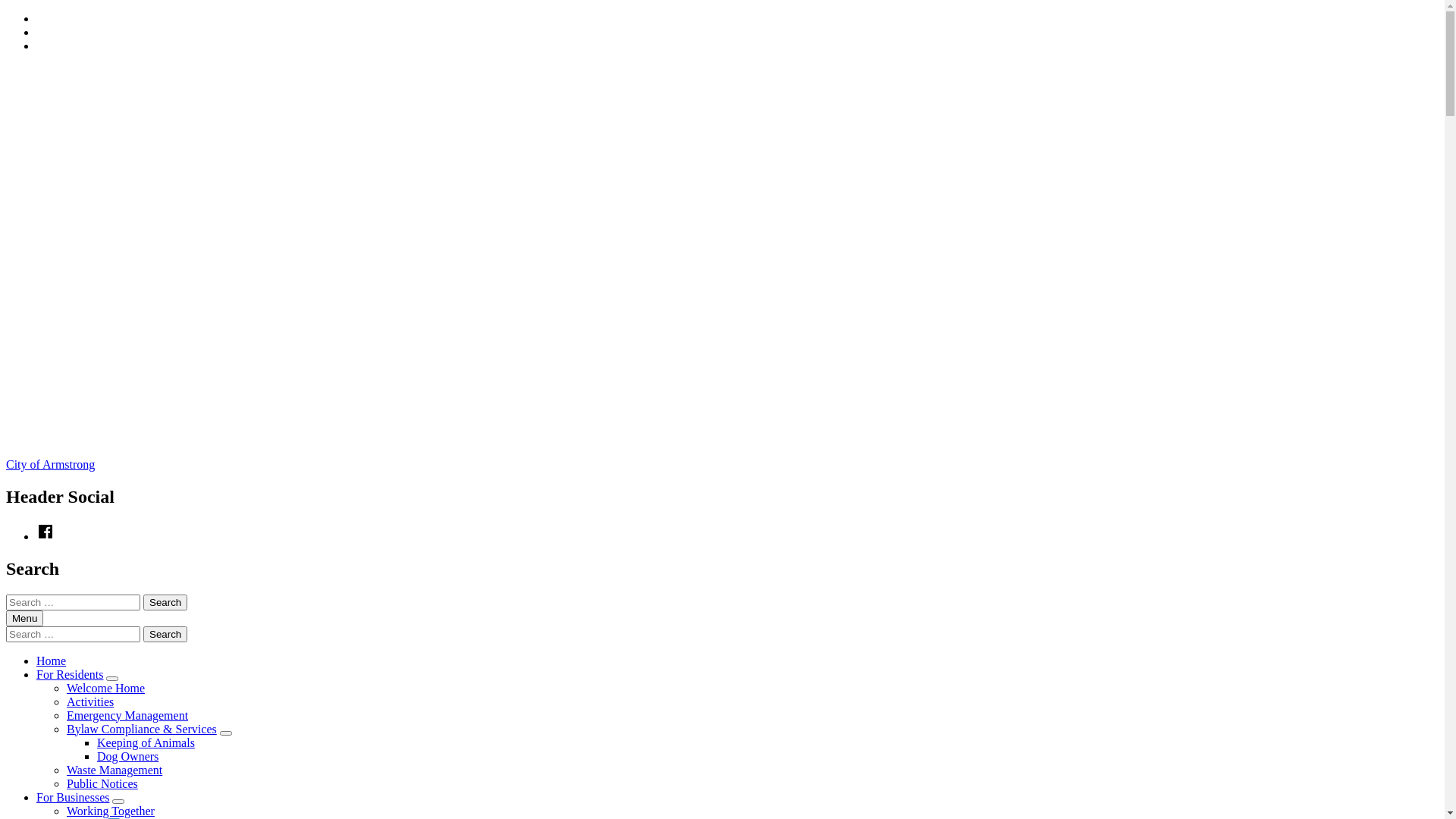  What do you see at coordinates (142, 728) in the screenshot?
I see `'Bylaw Compliance & Services'` at bounding box center [142, 728].